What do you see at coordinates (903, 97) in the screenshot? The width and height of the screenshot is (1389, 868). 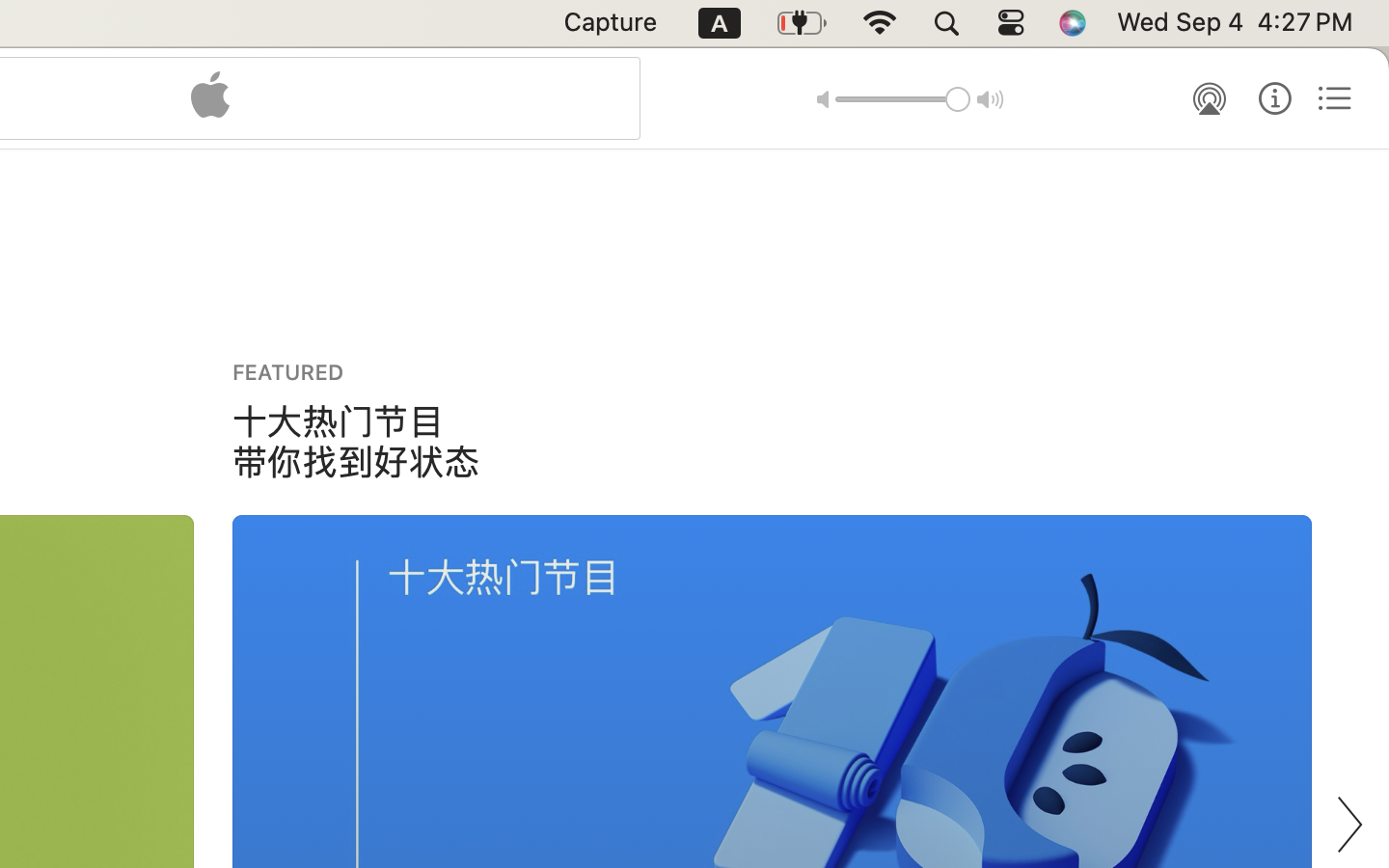 I see `'1.0'` at bounding box center [903, 97].